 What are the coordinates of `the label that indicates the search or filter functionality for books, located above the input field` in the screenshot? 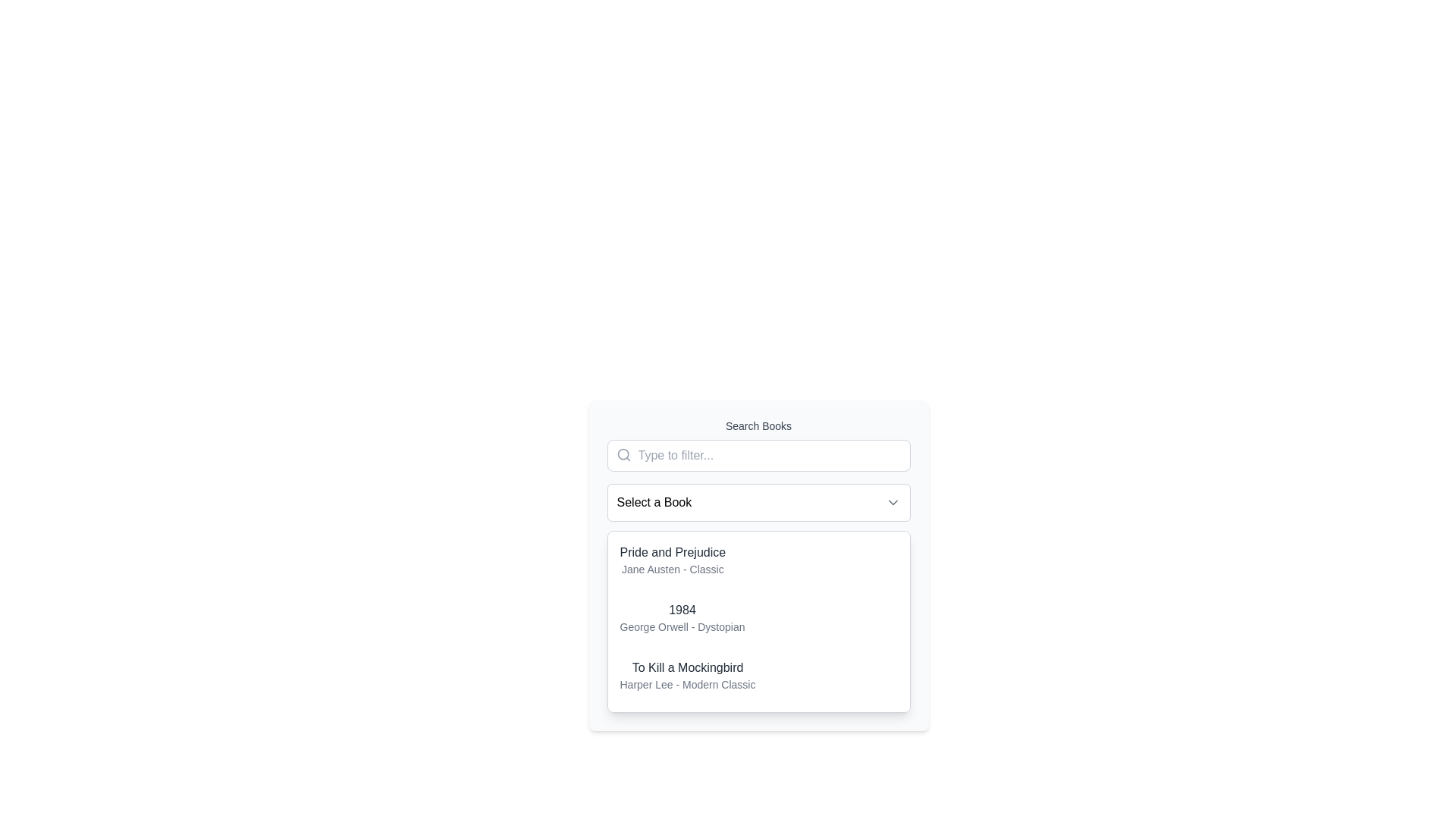 It's located at (758, 426).